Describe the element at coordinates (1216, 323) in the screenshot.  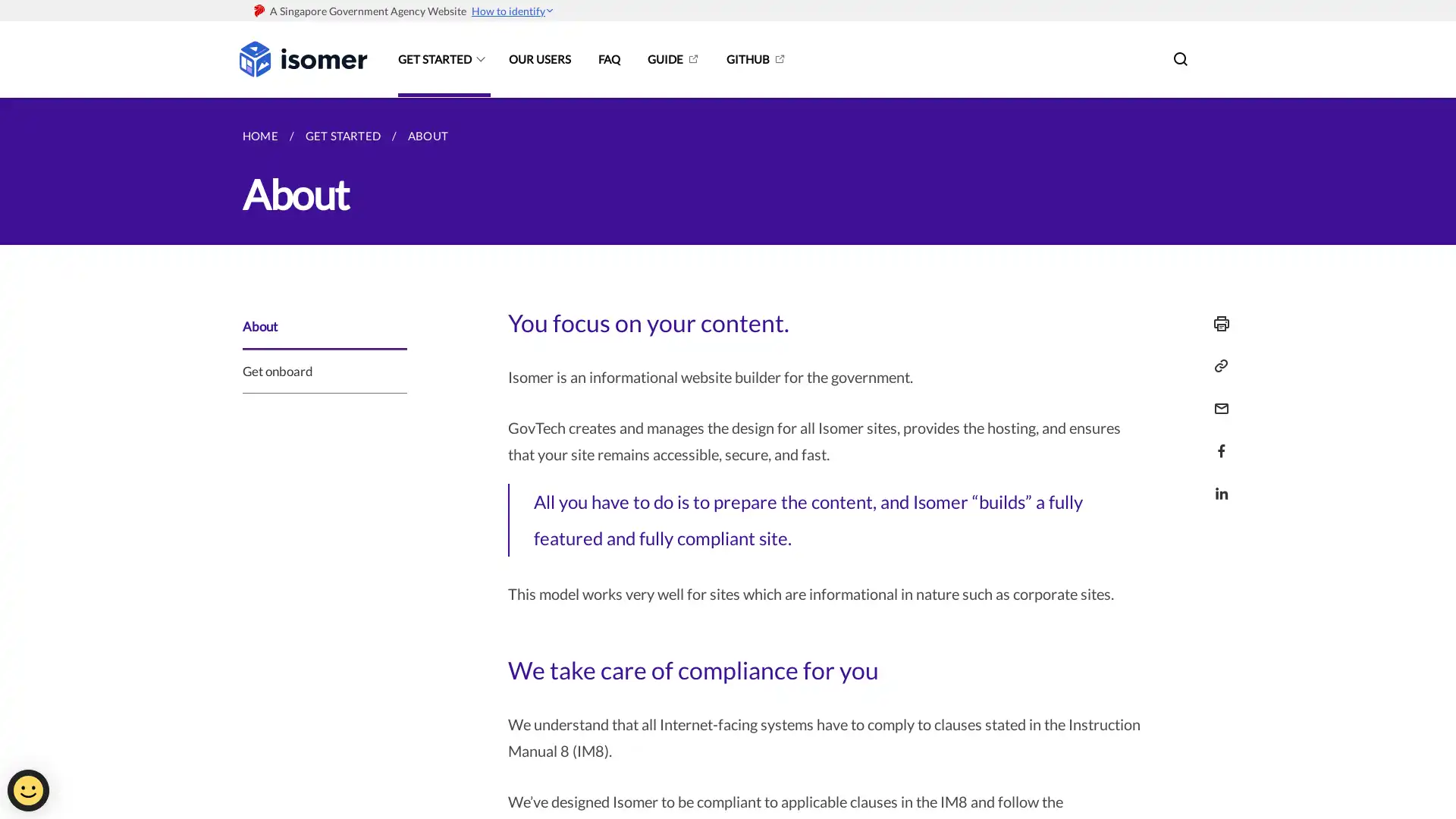
I see `Print` at that location.